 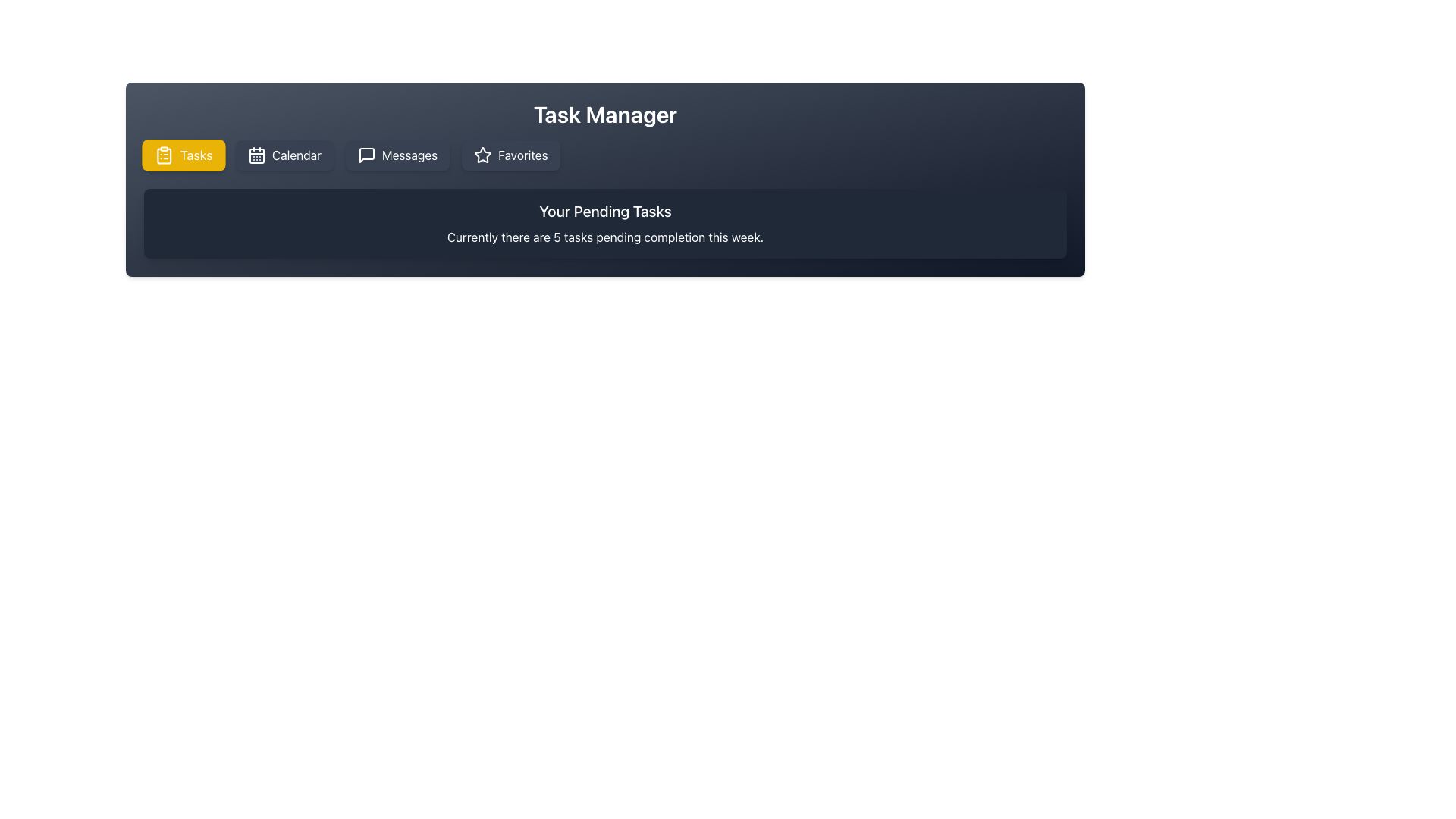 What do you see at coordinates (367, 155) in the screenshot?
I see `the 'Messages' icon in the navigation menu` at bounding box center [367, 155].